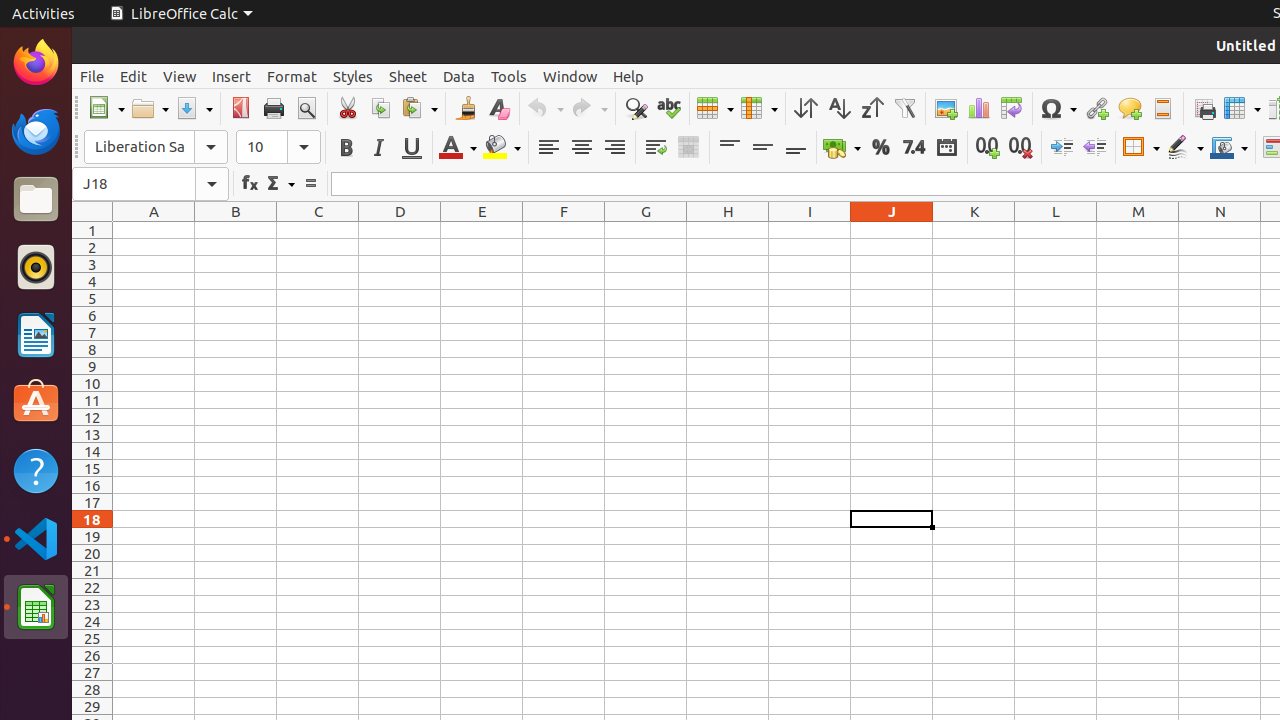 Image resolution: width=1280 pixels, height=720 pixels. I want to click on 'Increase', so click(1060, 146).